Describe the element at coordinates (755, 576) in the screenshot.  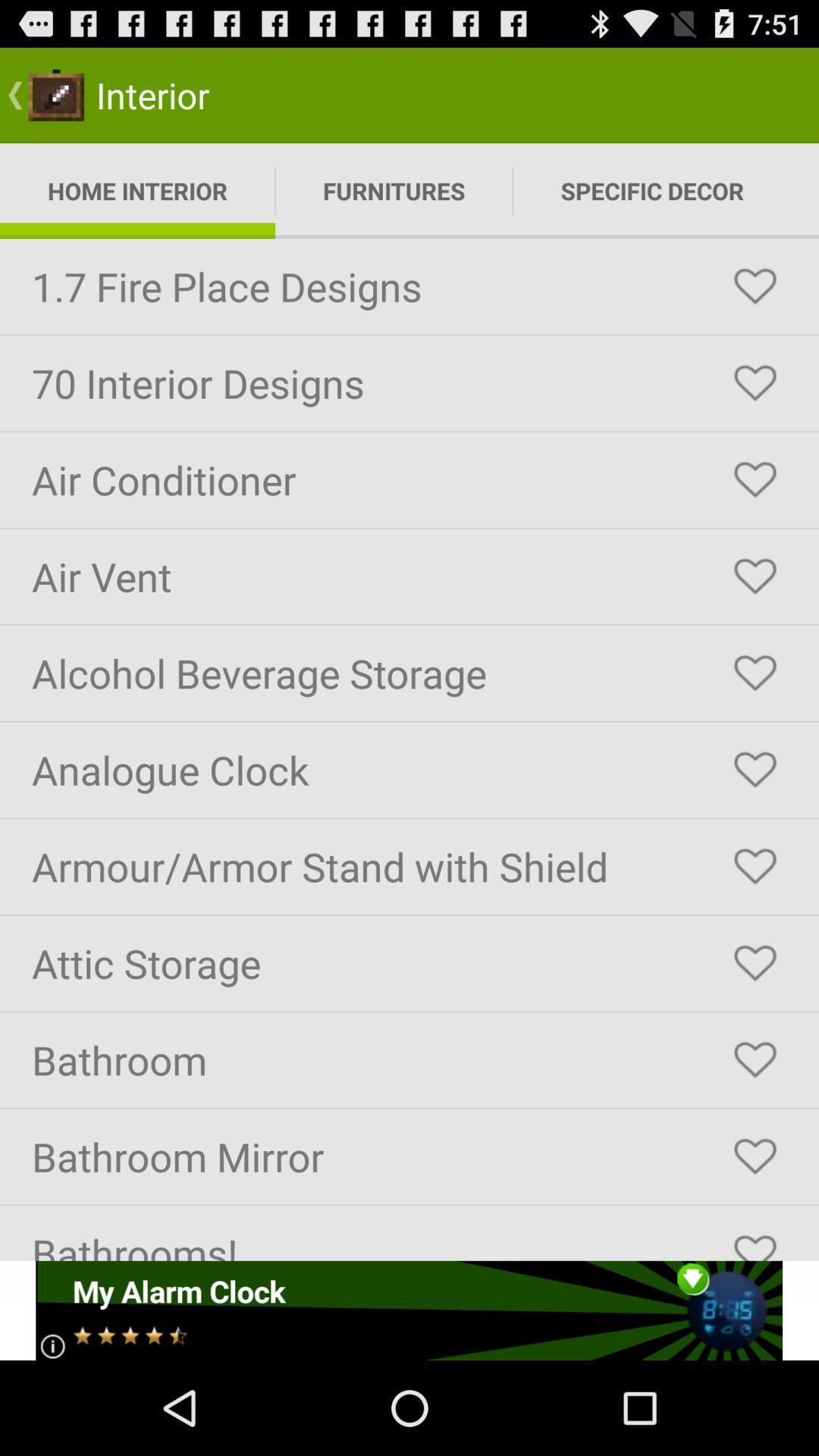
I see `favorite` at that location.